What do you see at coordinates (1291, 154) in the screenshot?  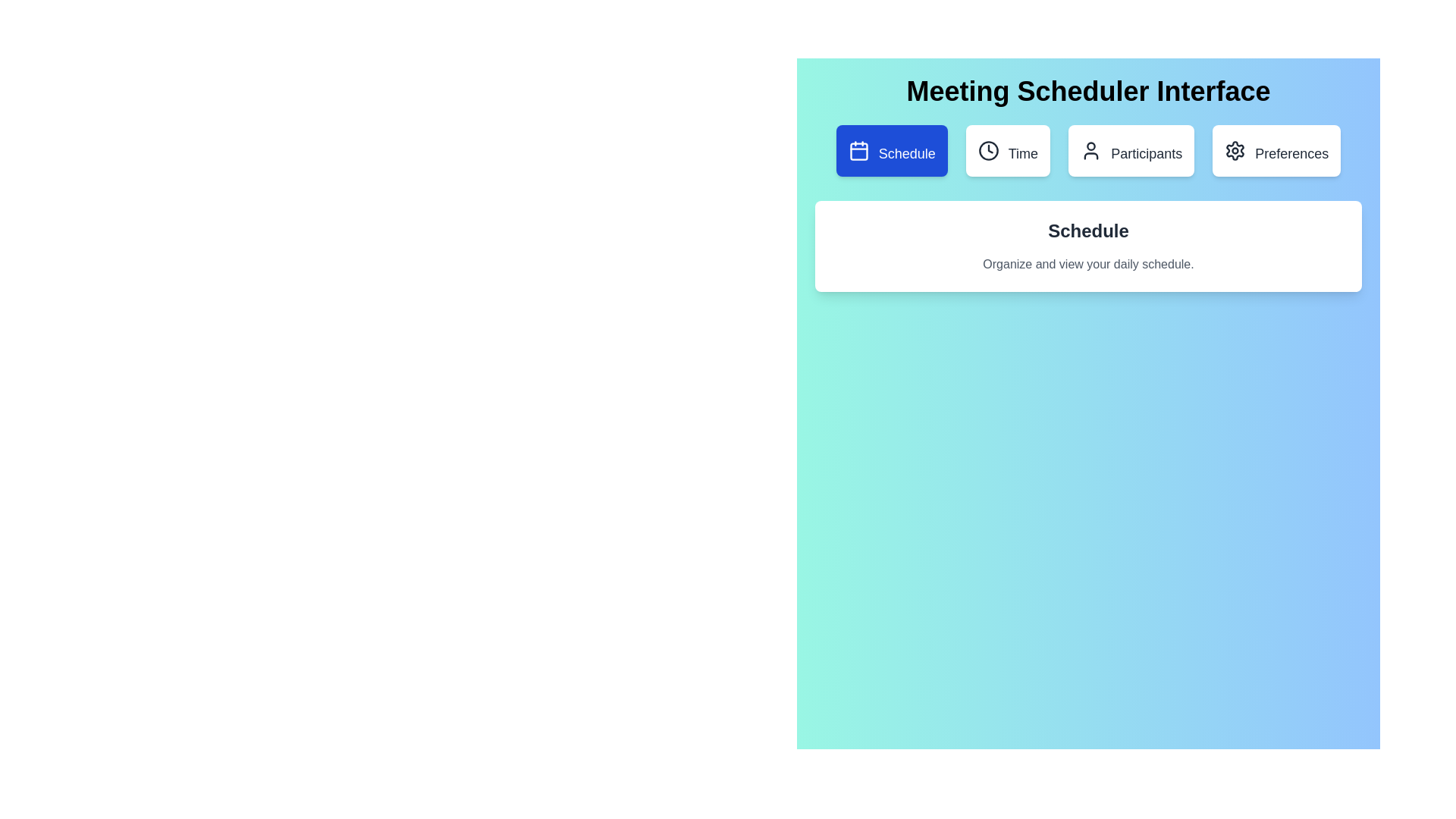 I see `the 'Preferences' label, which is a text label styled with a medium-sized font and located towards the right end of a horizontal row of similar elements` at bounding box center [1291, 154].